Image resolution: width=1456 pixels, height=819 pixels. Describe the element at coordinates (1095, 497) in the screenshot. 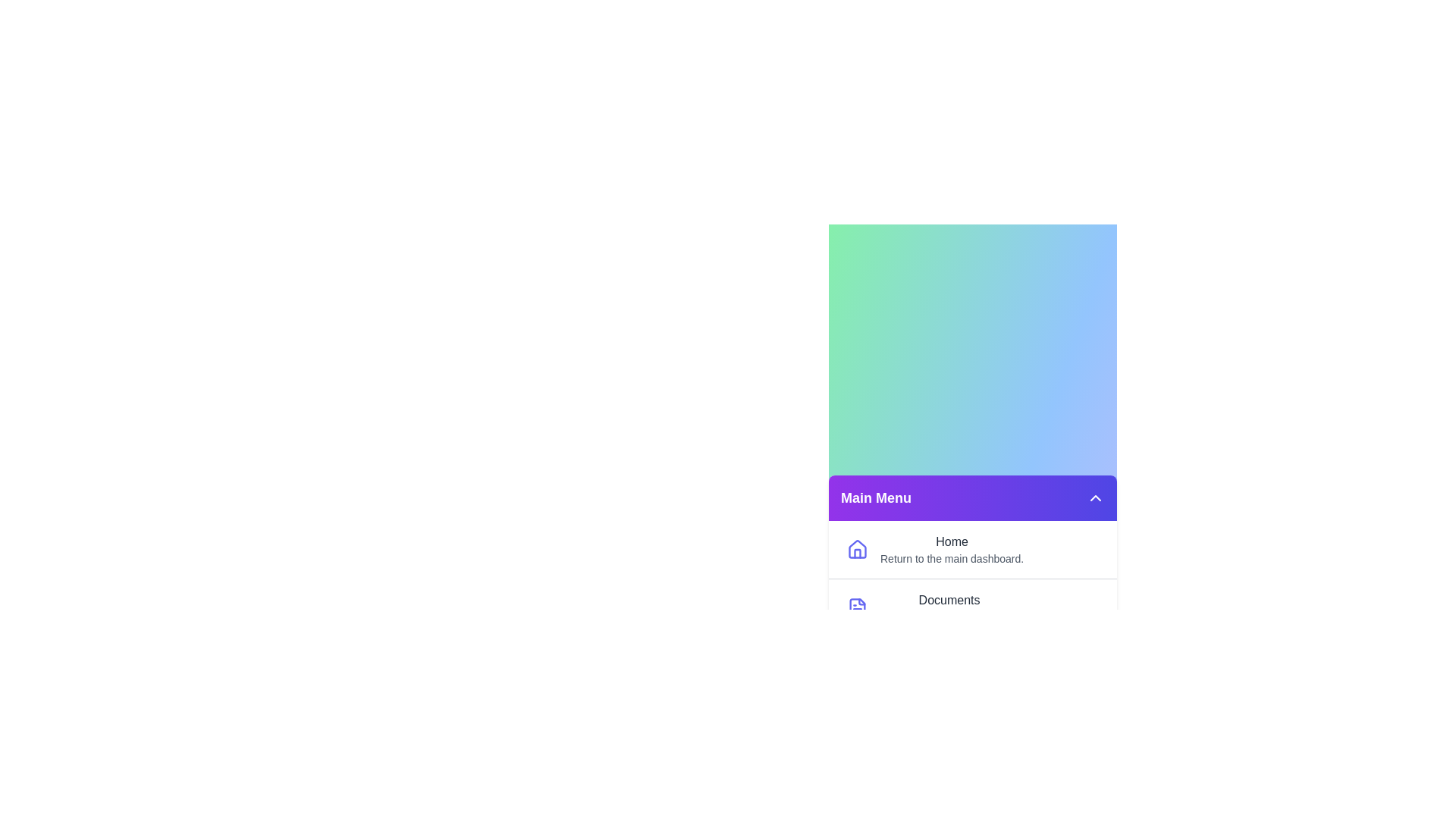

I see `toggle button to expand or collapse the menu` at that location.